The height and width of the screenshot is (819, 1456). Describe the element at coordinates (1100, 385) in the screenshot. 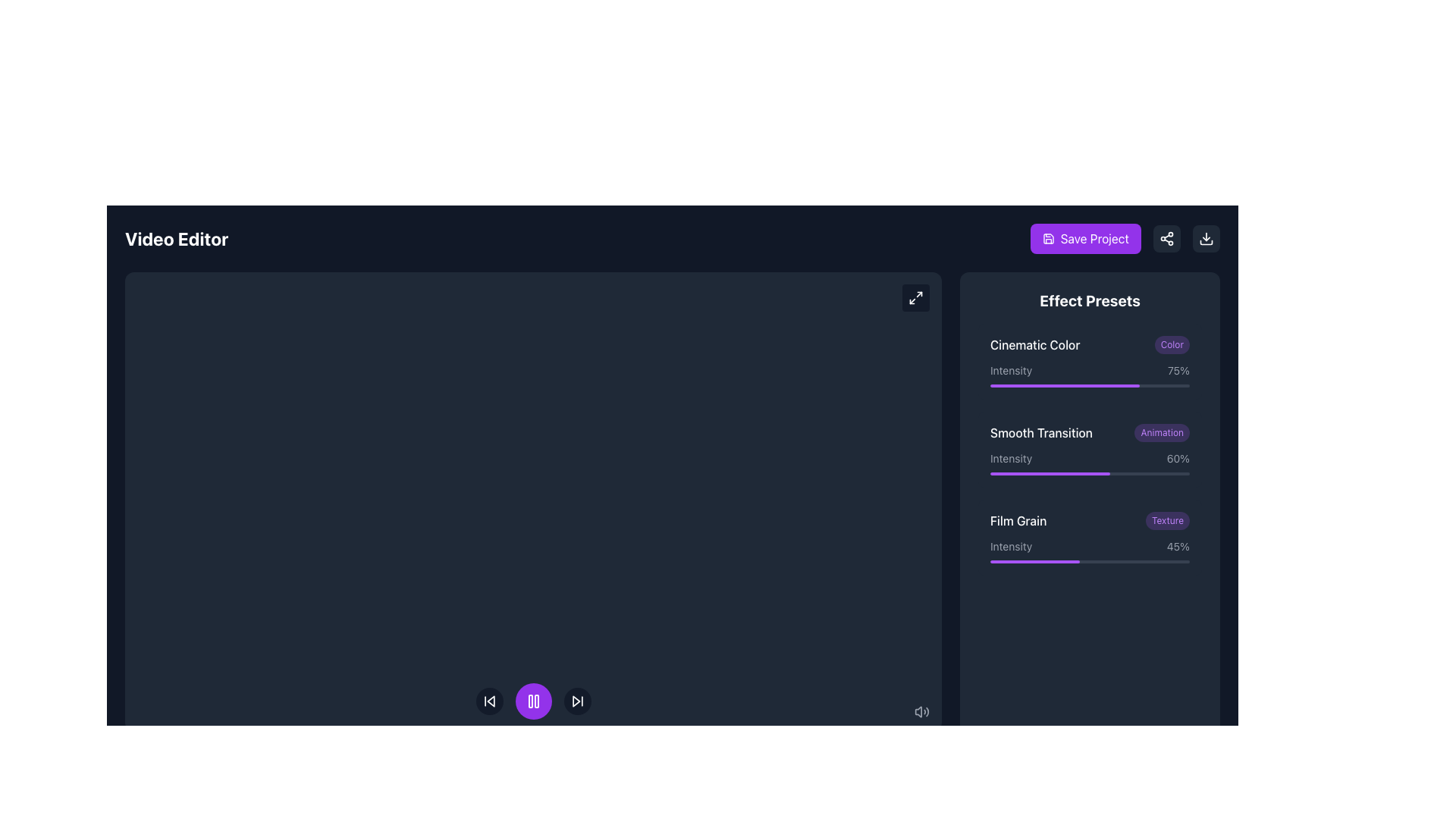

I see `Cinematic Color Intensity` at that location.